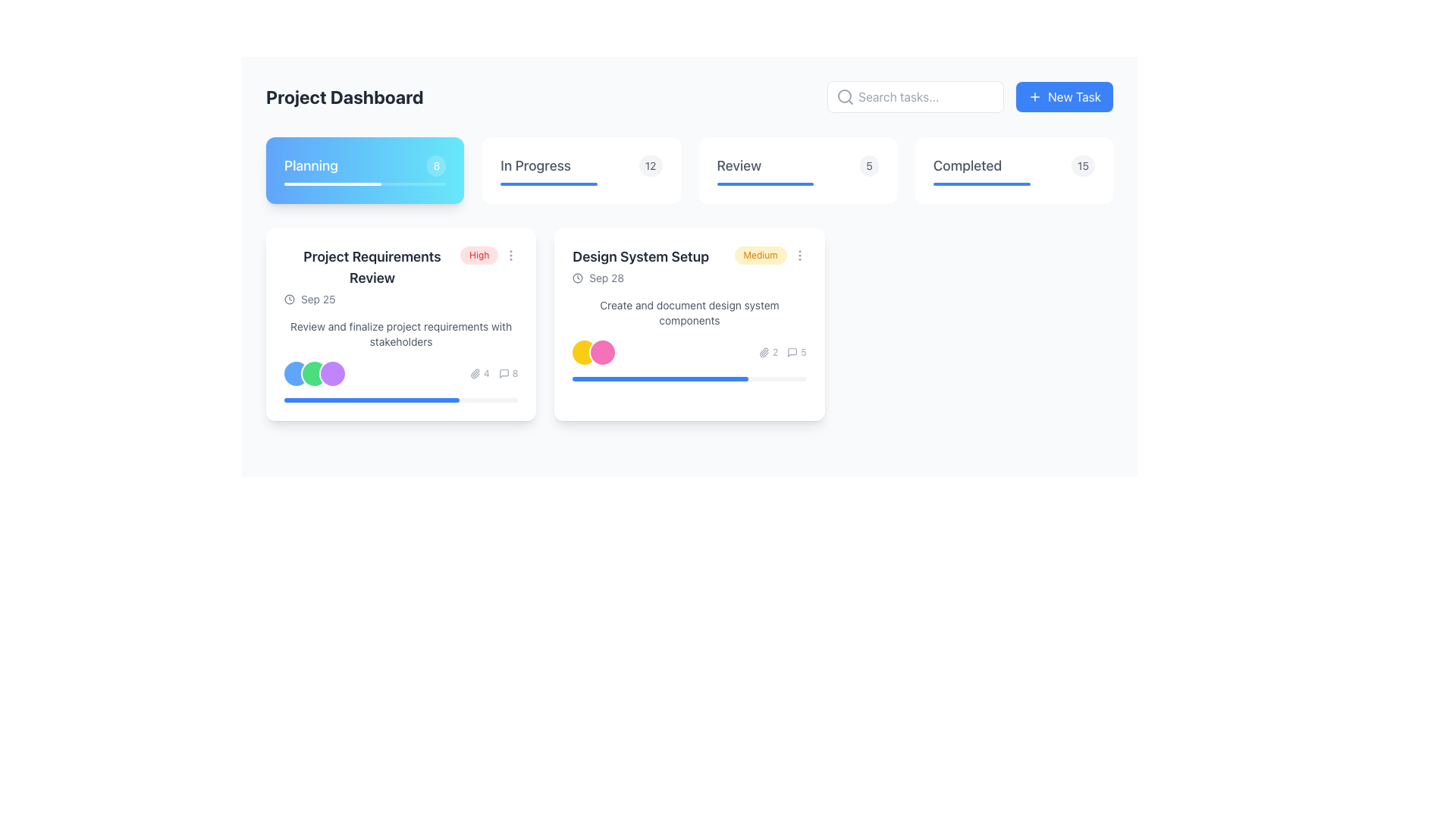 The image size is (1456, 819). What do you see at coordinates (845, 96) in the screenshot?
I see `the search icon located at the top-right section of the interface, adjacent to the placeholder text 'Search tasks...'` at bounding box center [845, 96].